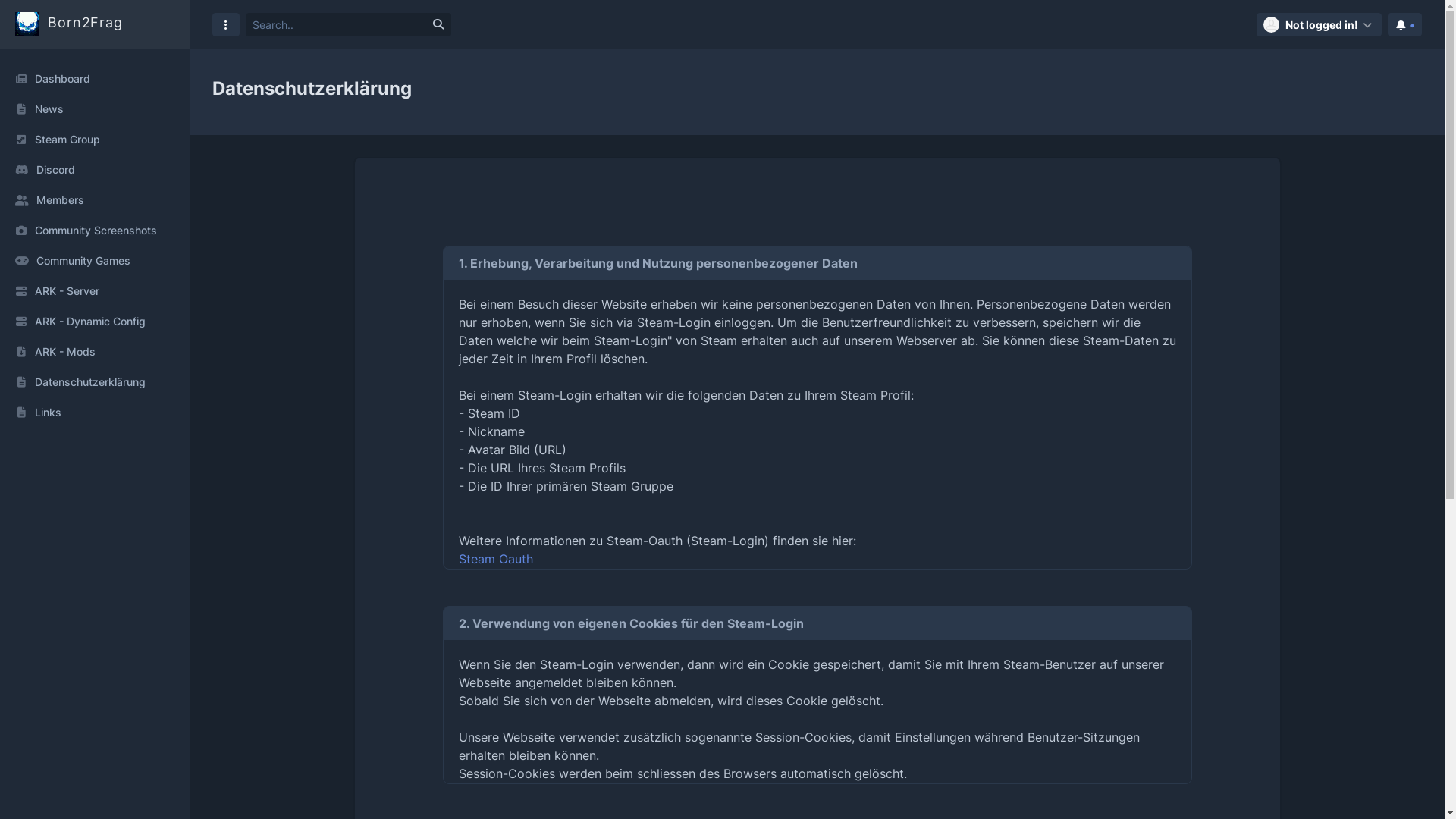 The height and width of the screenshot is (819, 1456). Describe the element at coordinates (93, 259) in the screenshot. I see `'Community Games'` at that location.